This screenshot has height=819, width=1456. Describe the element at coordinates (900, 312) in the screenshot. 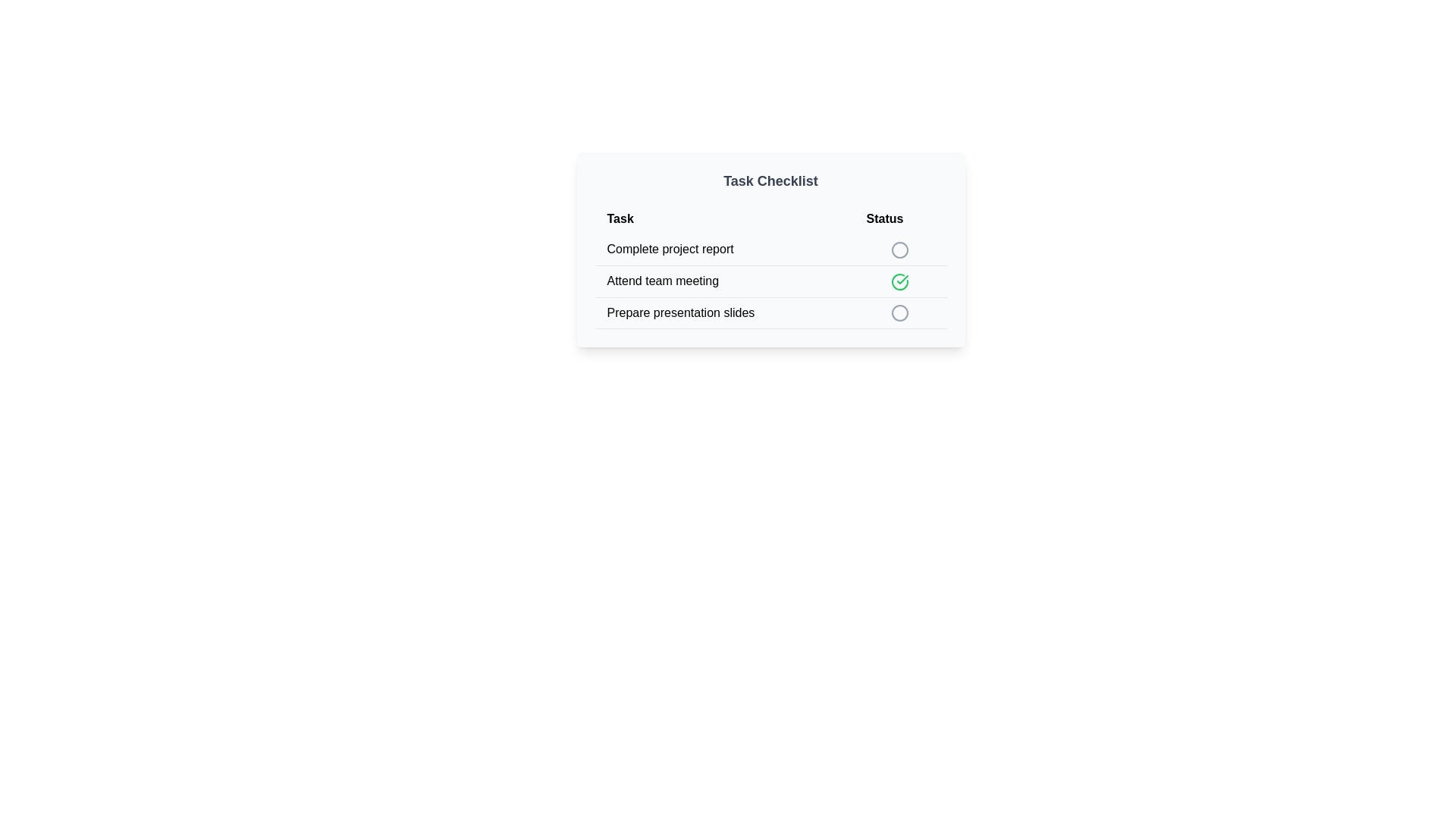

I see `the circular status icon outlined in gray, located in the 'Status' column for the task 'Prepare presentation slides' in the third row of the checklist table` at that location.